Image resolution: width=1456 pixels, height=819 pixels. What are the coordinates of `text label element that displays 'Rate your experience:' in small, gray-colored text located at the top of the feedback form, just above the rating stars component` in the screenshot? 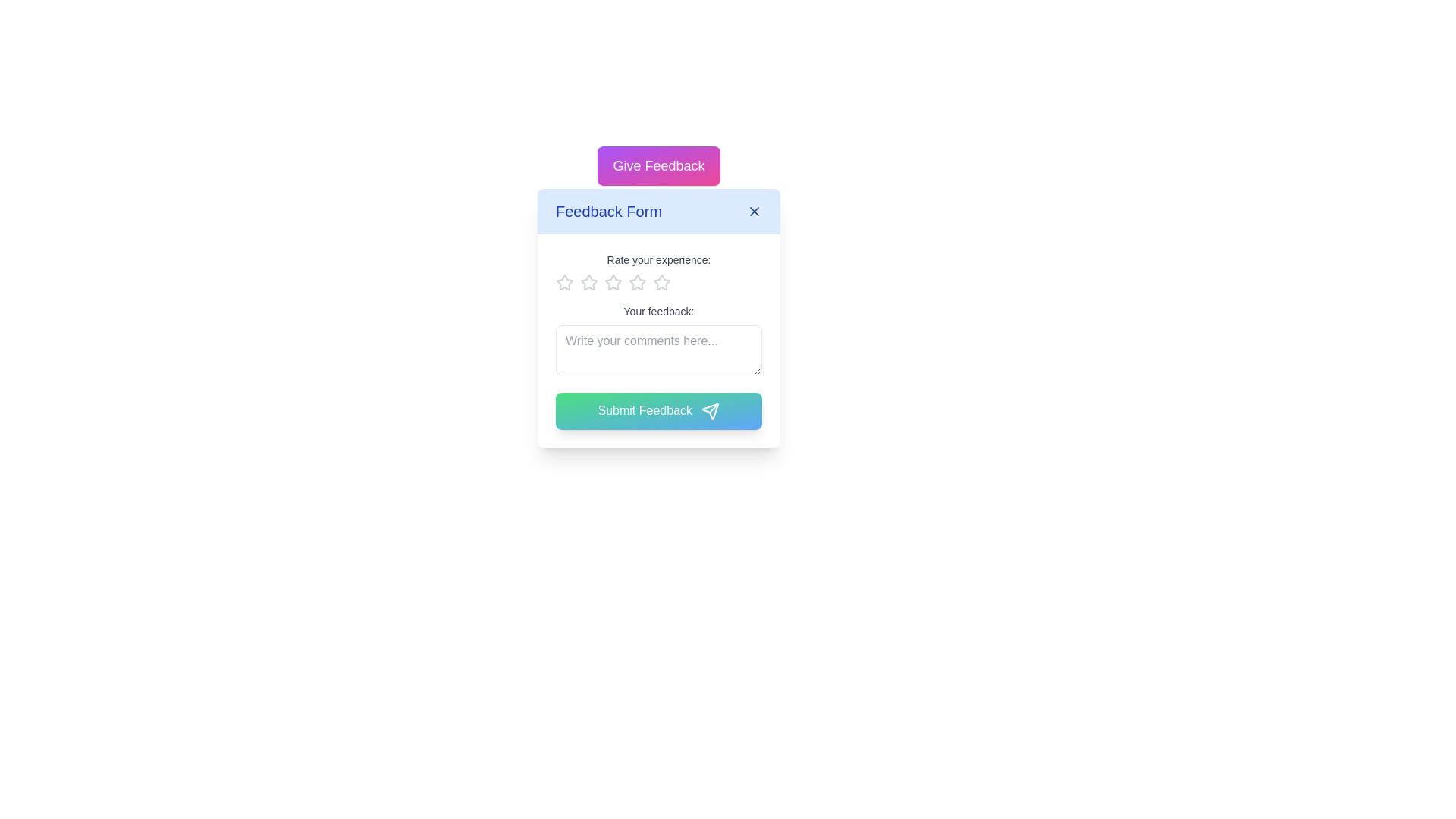 It's located at (658, 259).